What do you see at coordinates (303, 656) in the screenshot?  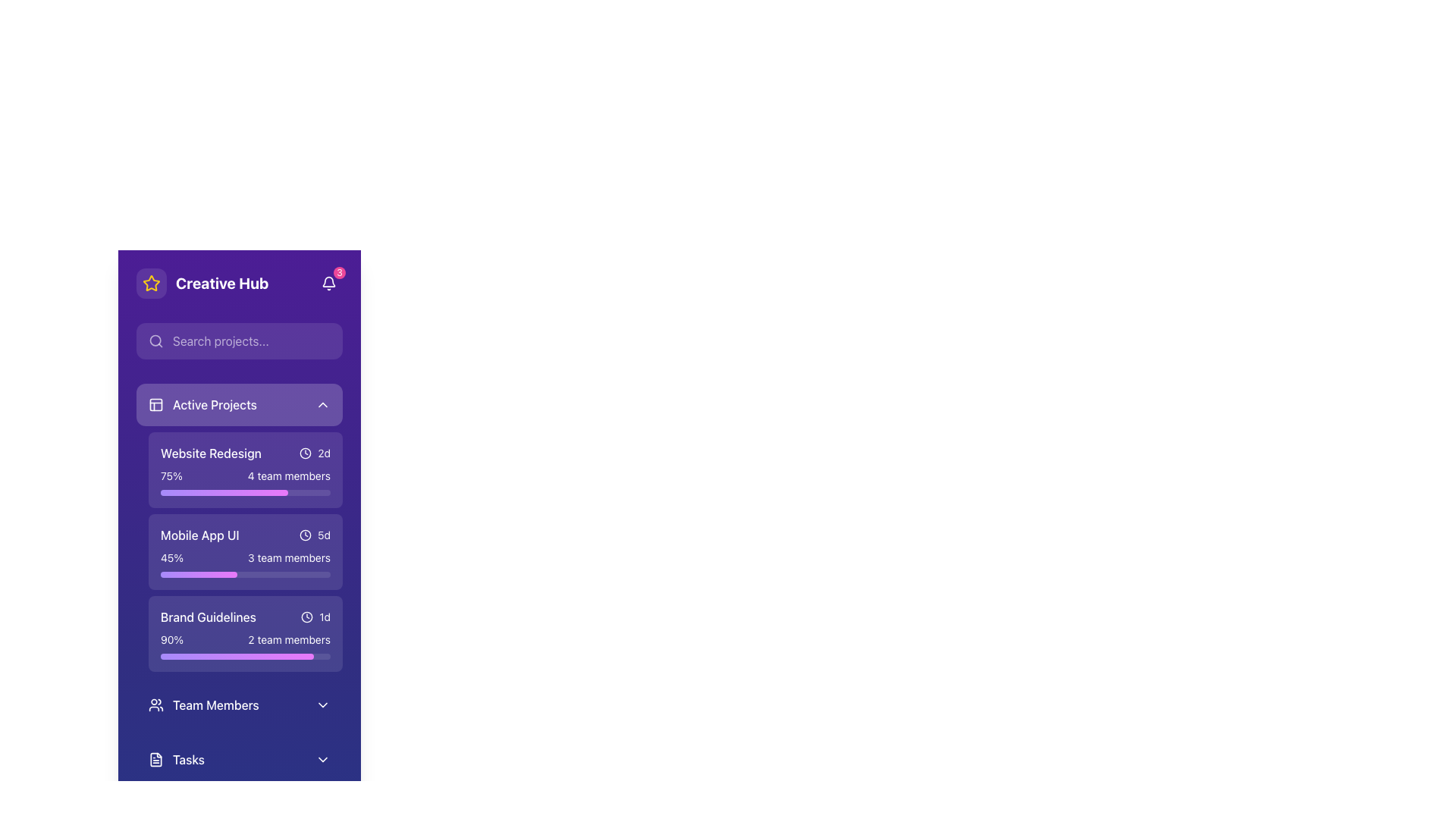 I see `the progress bar` at bounding box center [303, 656].